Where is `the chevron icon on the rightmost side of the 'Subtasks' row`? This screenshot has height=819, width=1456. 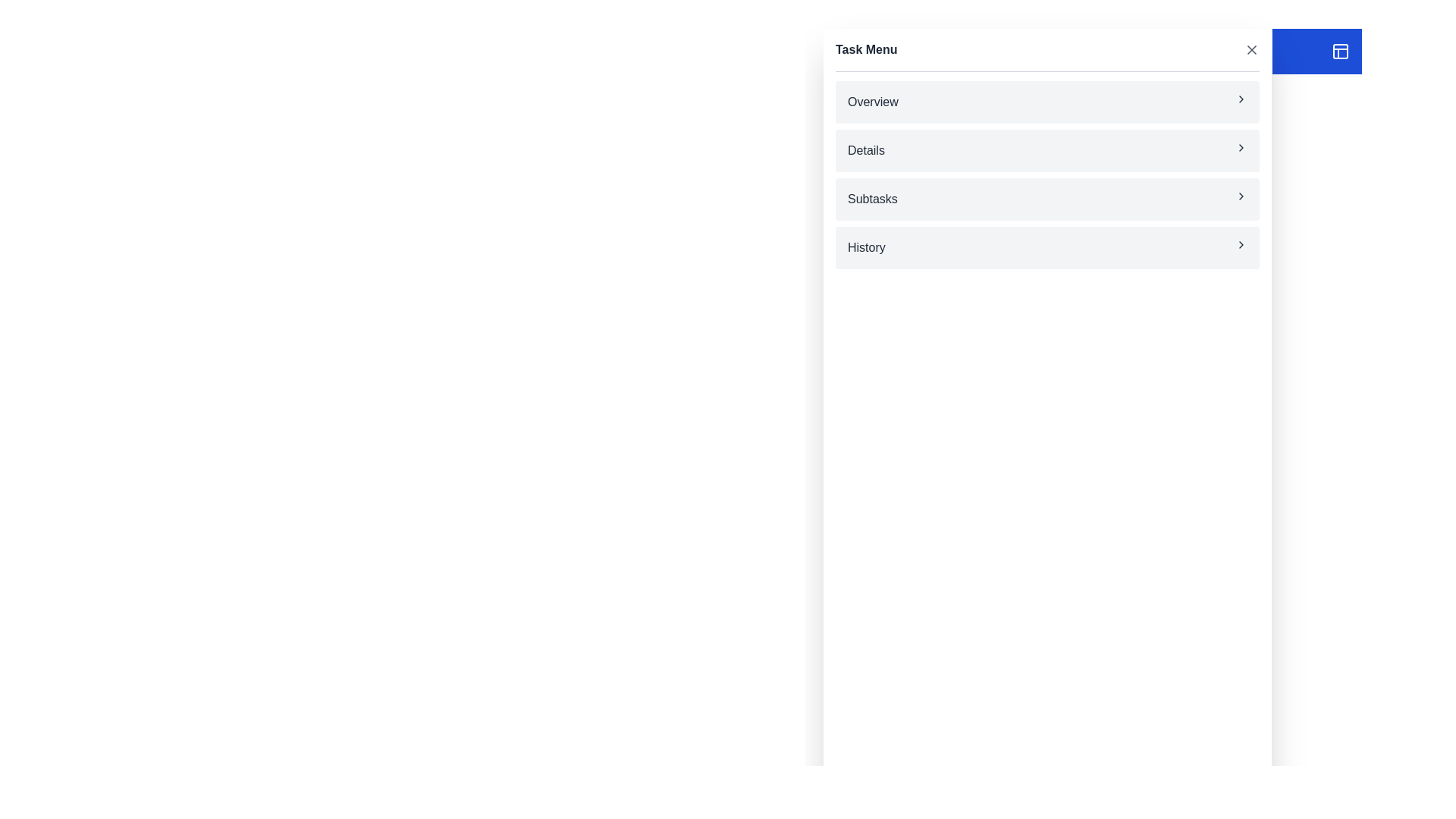 the chevron icon on the rightmost side of the 'Subtasks' row is located at coordinates (1241, 195).